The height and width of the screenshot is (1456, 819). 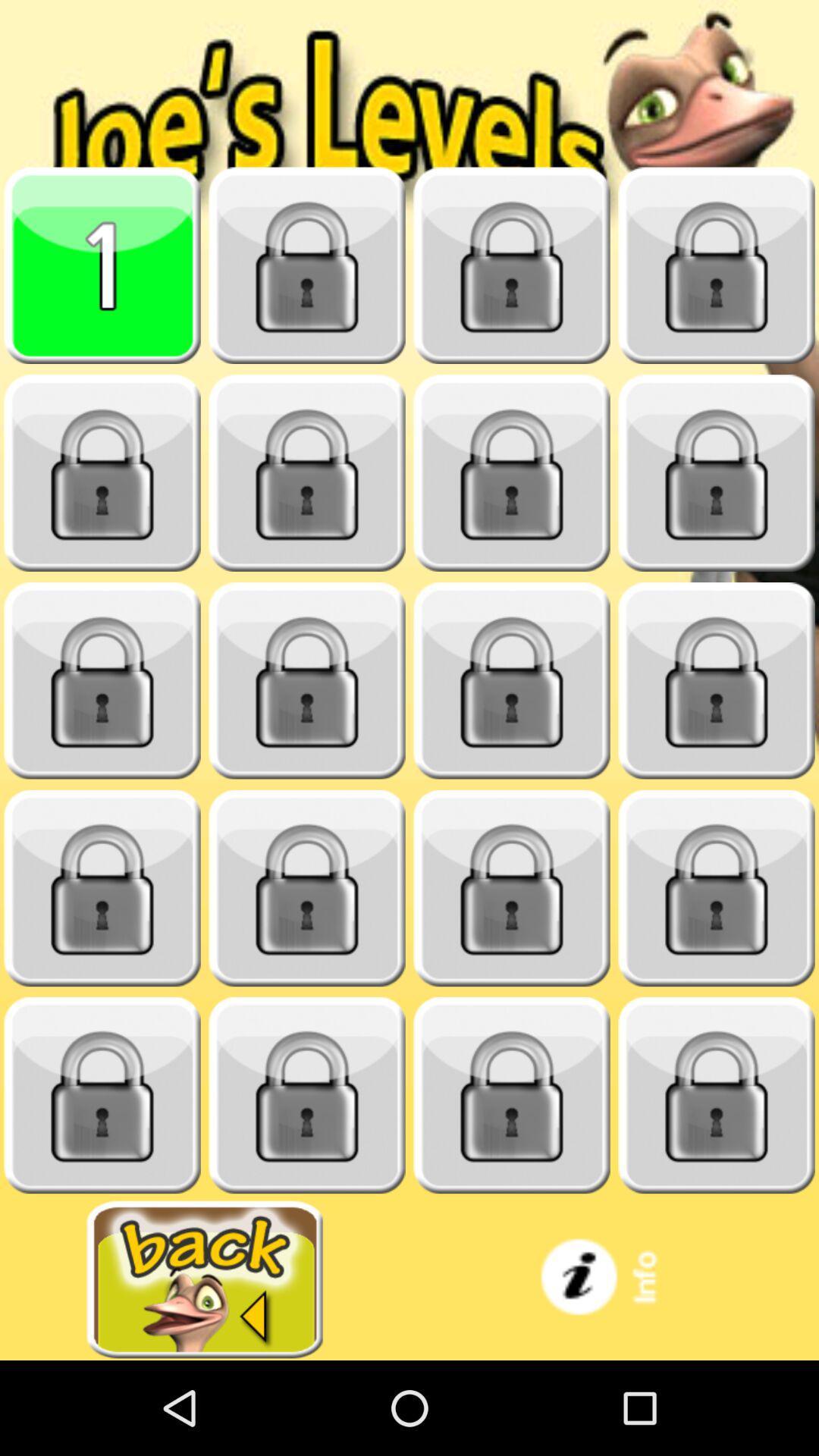 I want to click on go back, so click(x=205, y=1279).